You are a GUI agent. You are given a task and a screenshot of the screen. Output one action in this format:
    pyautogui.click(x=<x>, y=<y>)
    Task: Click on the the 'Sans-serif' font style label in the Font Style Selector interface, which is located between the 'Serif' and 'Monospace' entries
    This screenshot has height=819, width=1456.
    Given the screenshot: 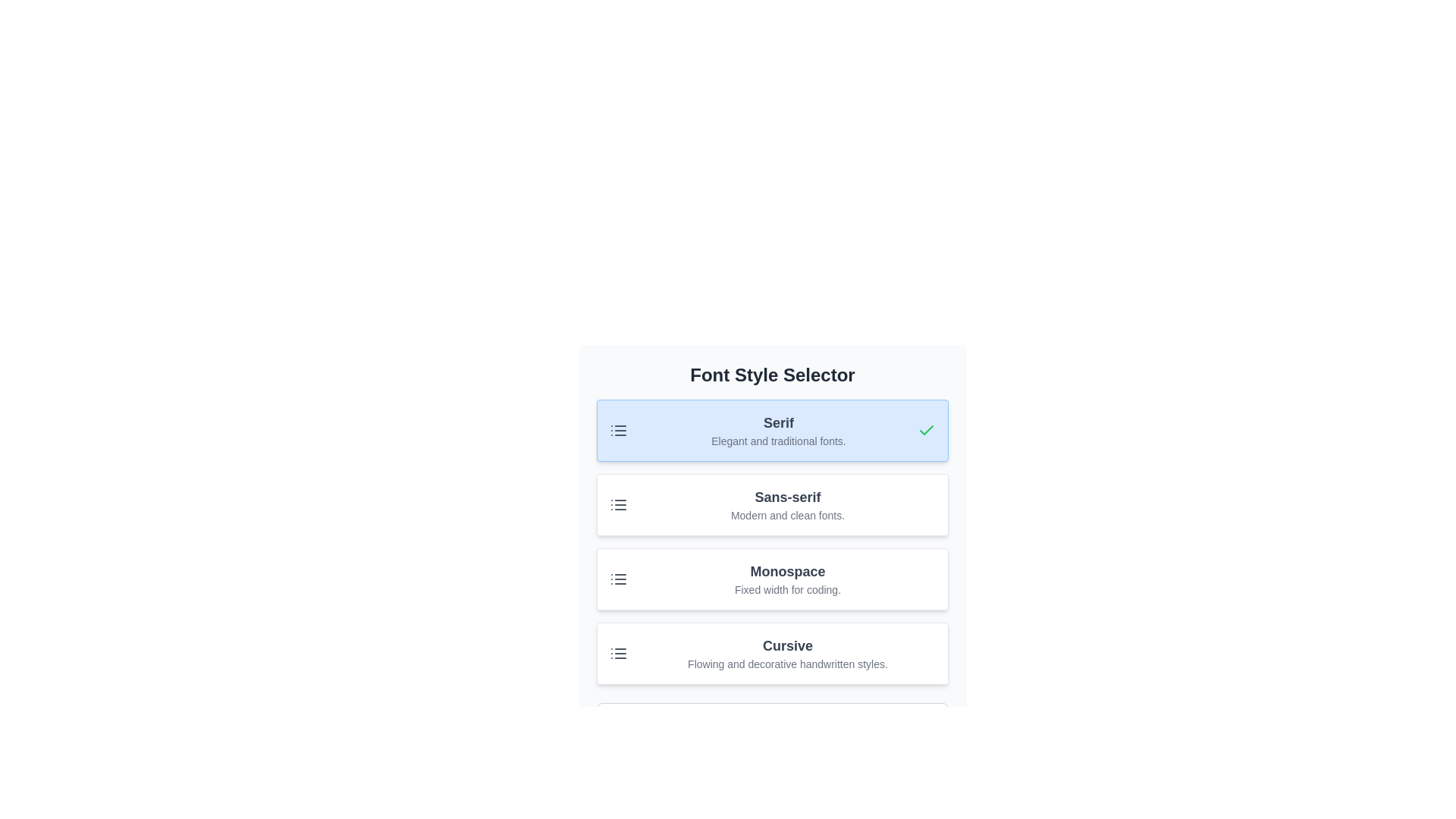 What is the action you would take?
    pyautogui.click(x=787, y=497)
    